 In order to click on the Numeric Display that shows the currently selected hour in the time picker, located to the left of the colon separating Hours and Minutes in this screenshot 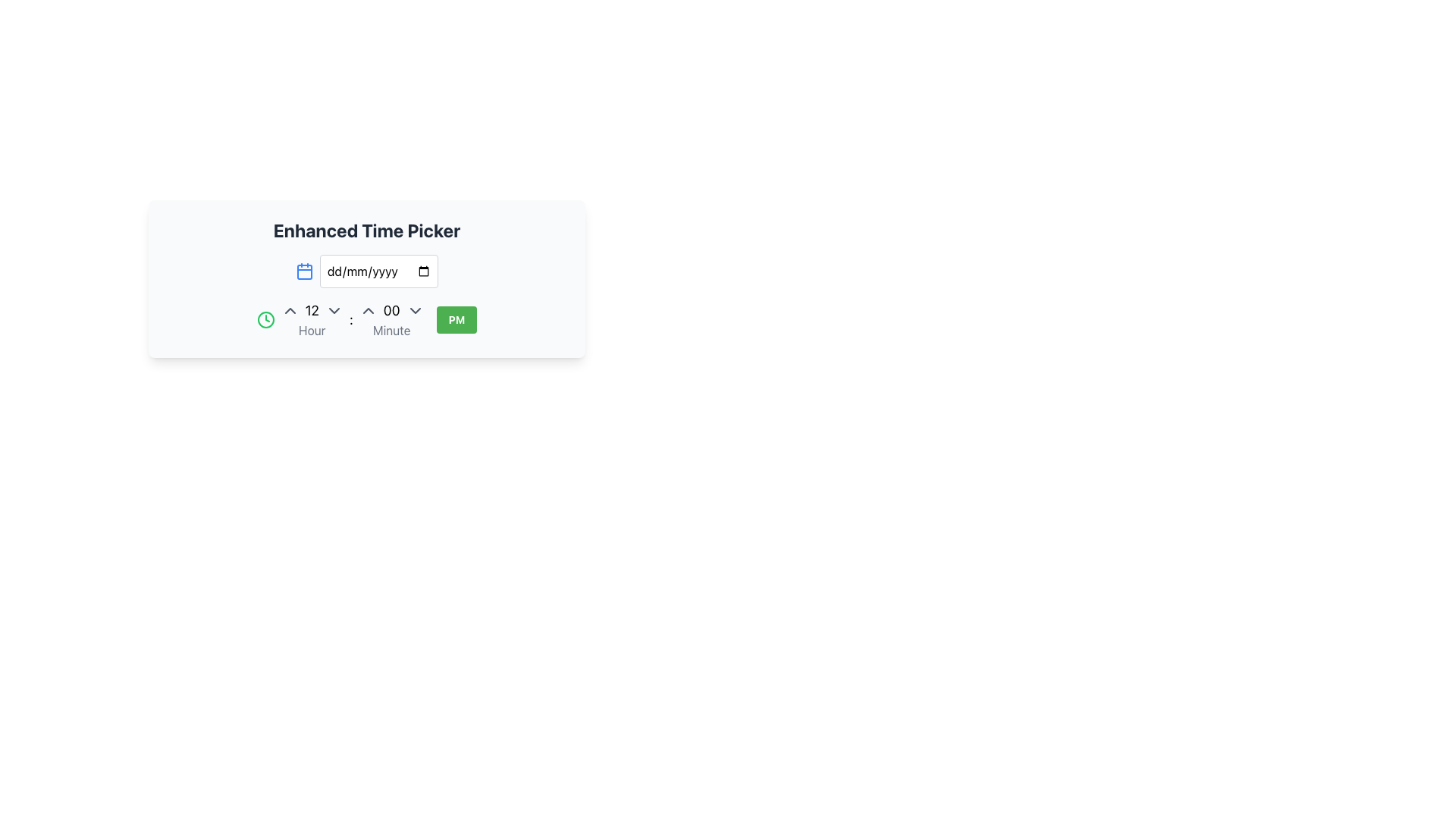, I will do `click(311, 309)`.